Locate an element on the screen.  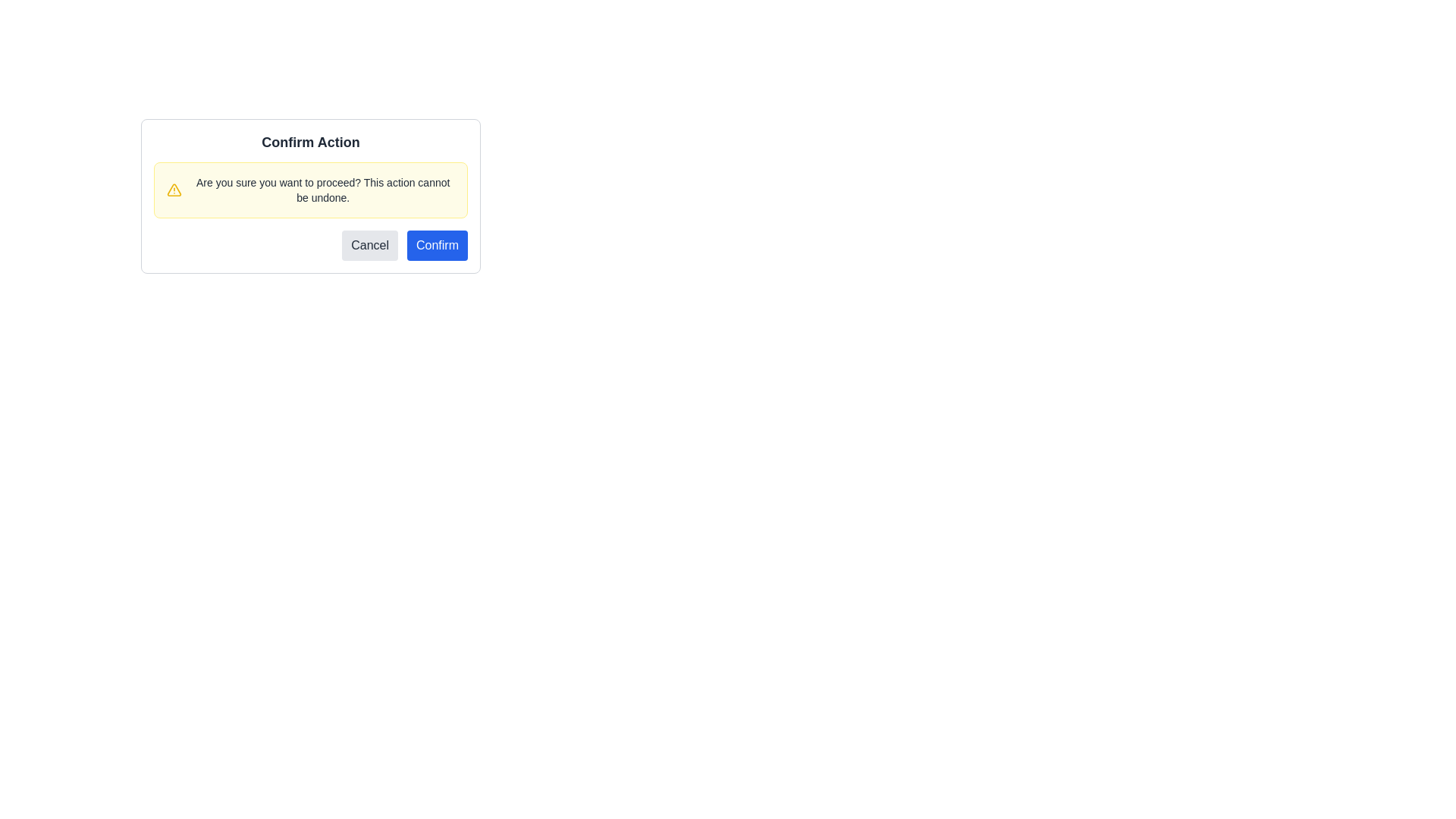
the Static Text Header located at the top of the modal dialog, which summarizes the purpose or context of the actions below is located at coordinates (309, 143).